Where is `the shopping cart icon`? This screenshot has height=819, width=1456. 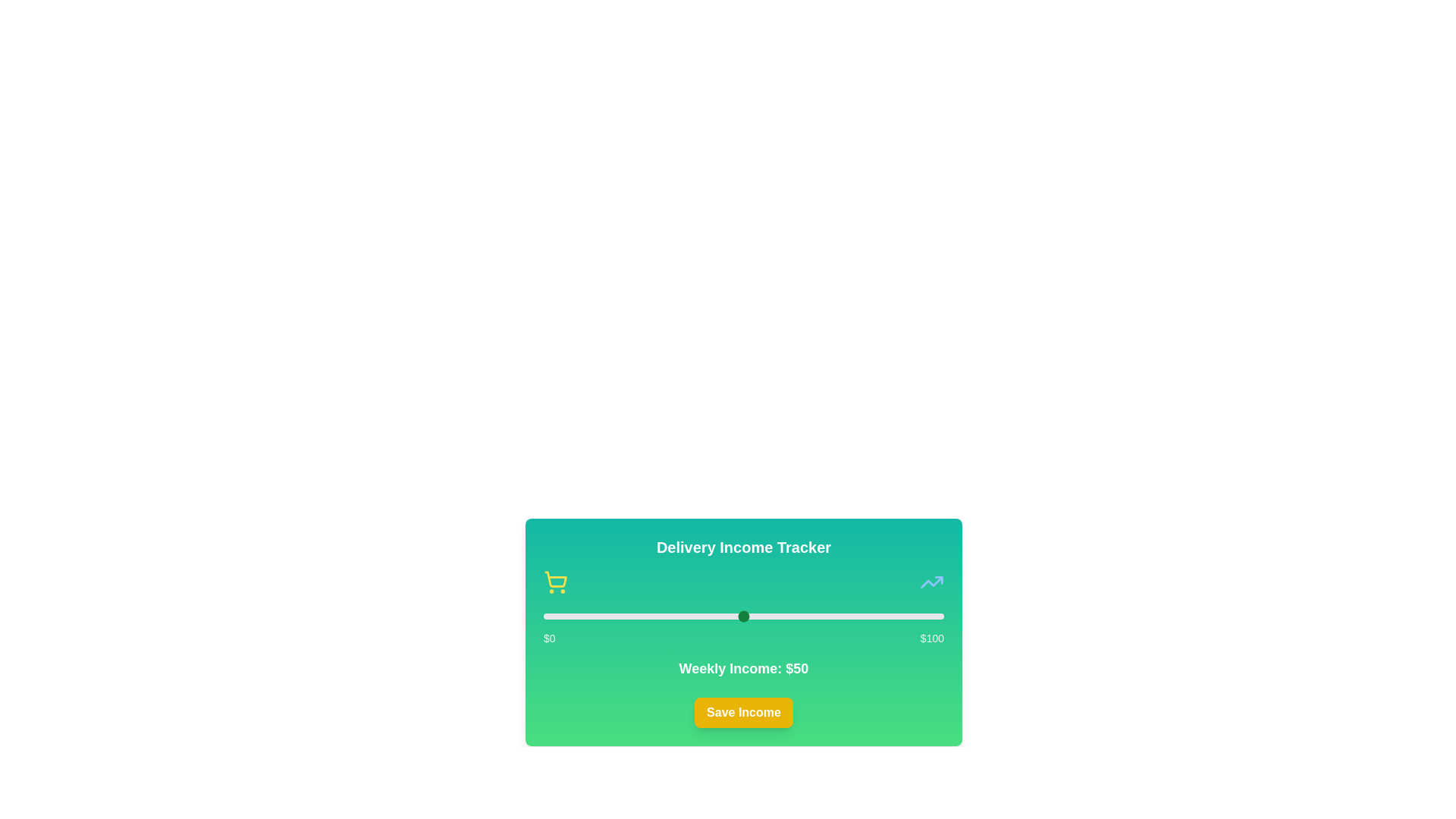
the shopping cart icon is located at coordinates (555, 581).